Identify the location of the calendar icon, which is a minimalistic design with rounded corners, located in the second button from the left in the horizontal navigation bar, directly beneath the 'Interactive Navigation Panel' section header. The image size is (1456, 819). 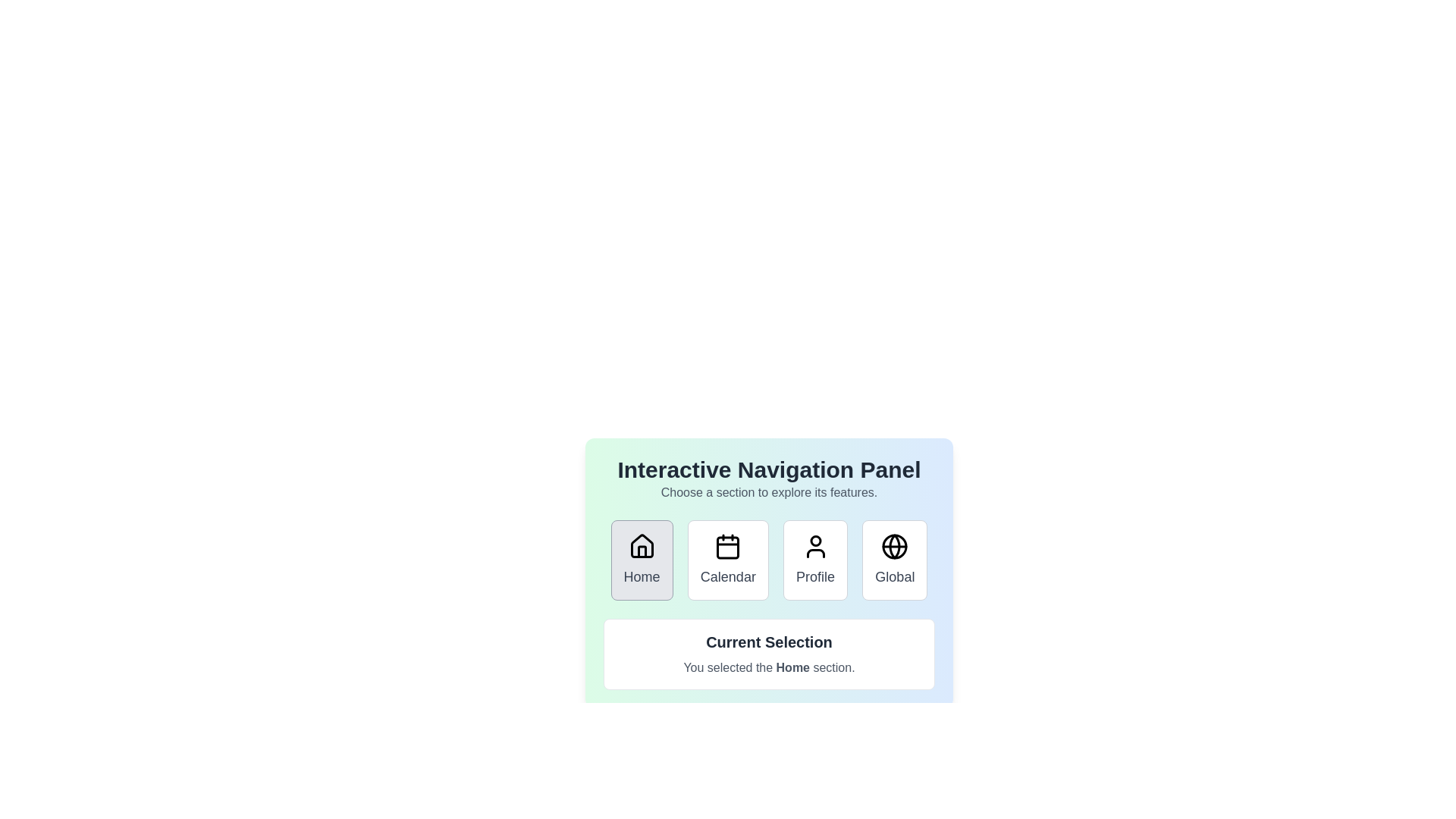
(728, 547).